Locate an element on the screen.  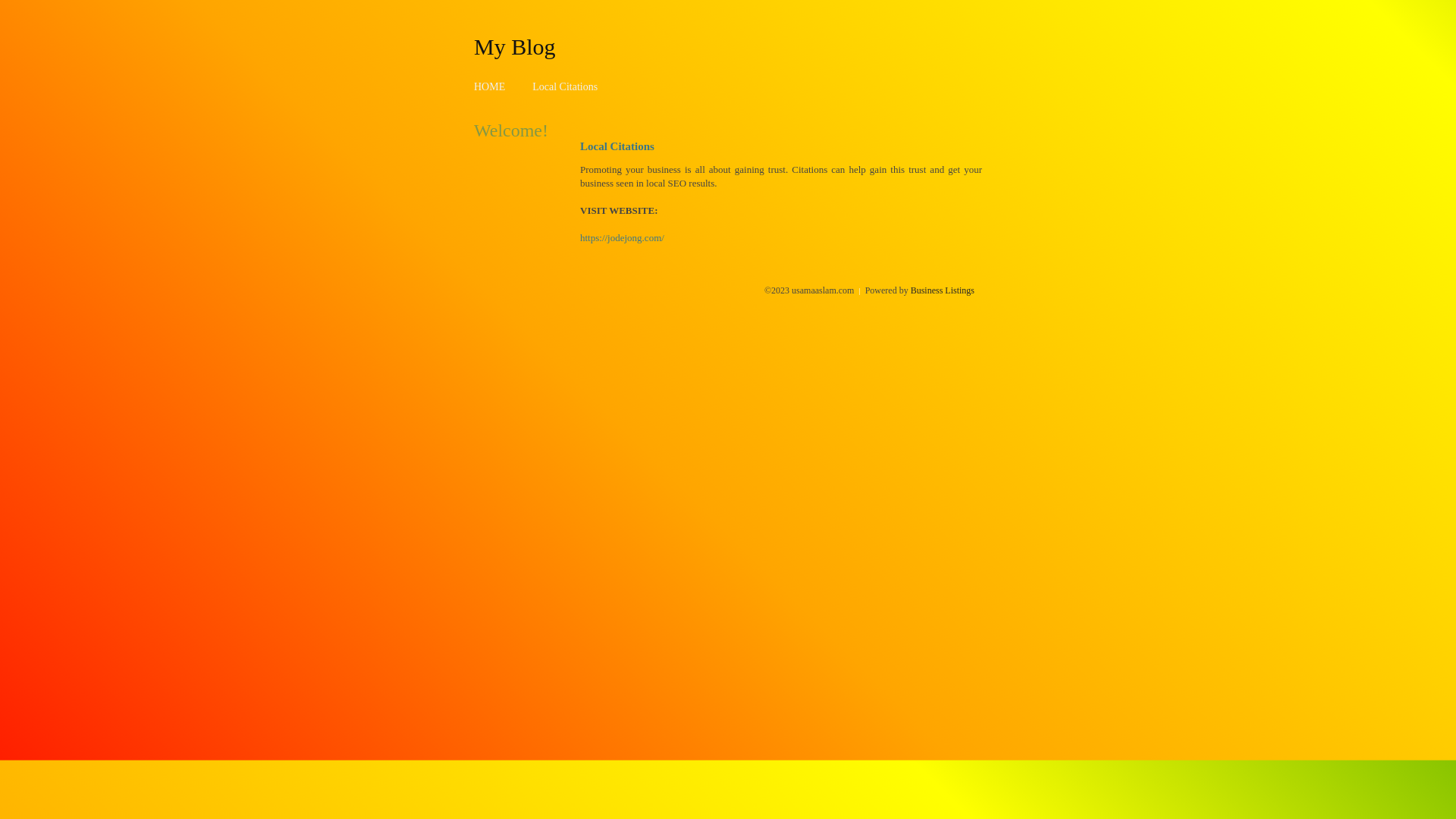
'My Blog' is located at coordinates (514, 45).